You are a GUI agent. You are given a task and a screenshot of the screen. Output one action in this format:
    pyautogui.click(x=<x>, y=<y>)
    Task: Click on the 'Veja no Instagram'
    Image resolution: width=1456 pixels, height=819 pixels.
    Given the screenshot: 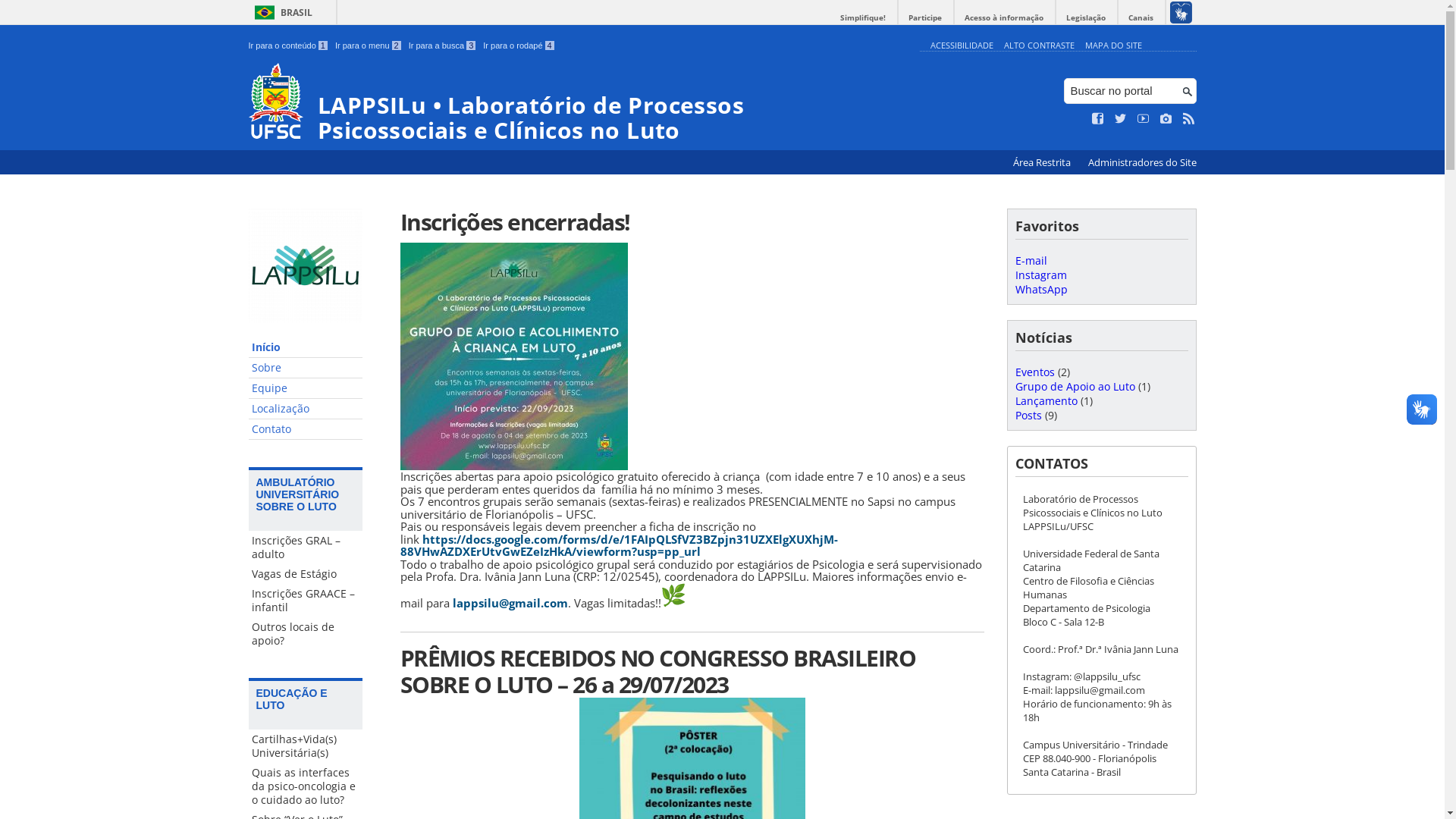 What is the action you would take?
    pyautogui.click(x=1165, y=118)
    